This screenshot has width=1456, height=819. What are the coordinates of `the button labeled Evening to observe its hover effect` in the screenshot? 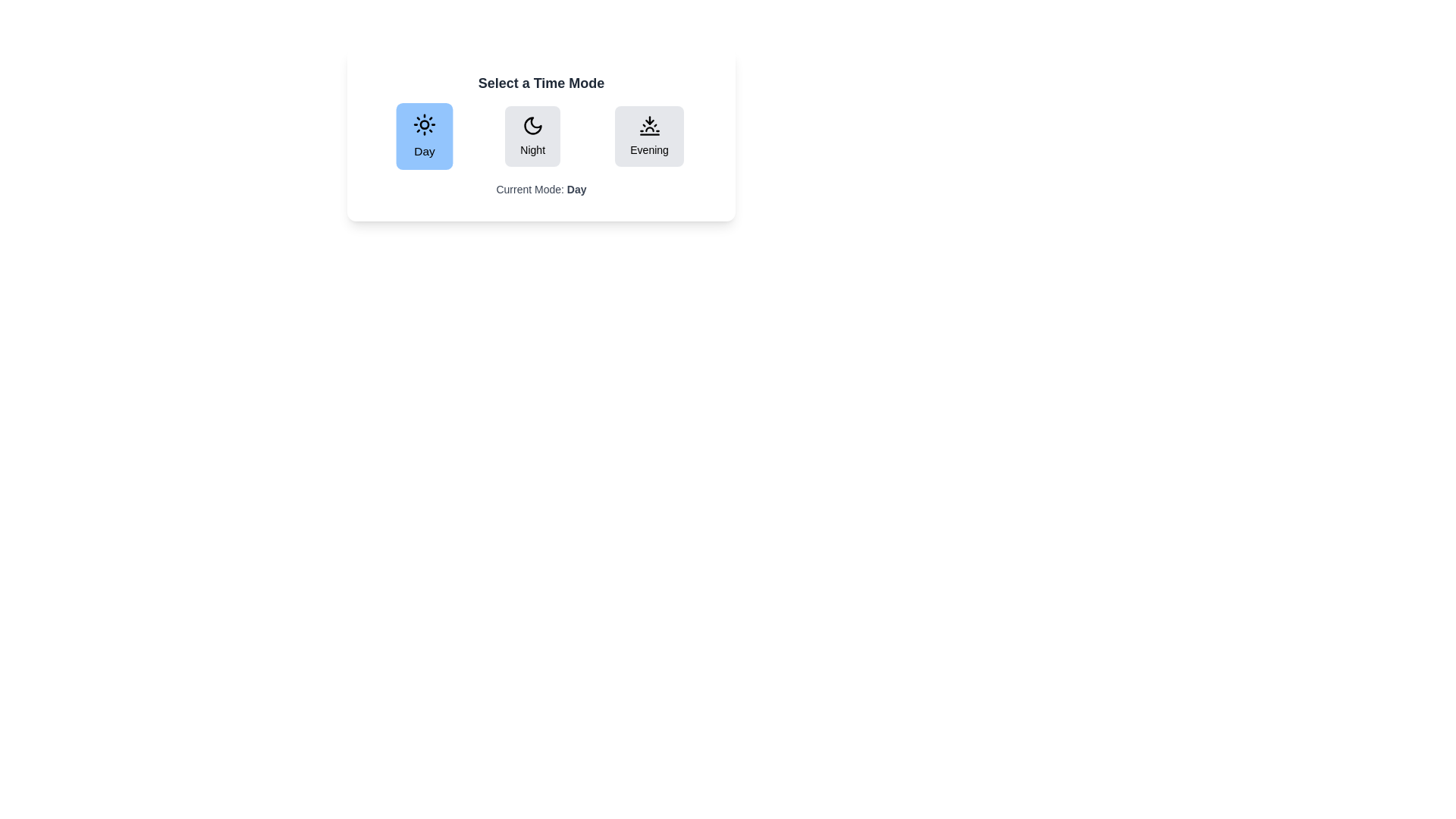 It's located at (649, 136).